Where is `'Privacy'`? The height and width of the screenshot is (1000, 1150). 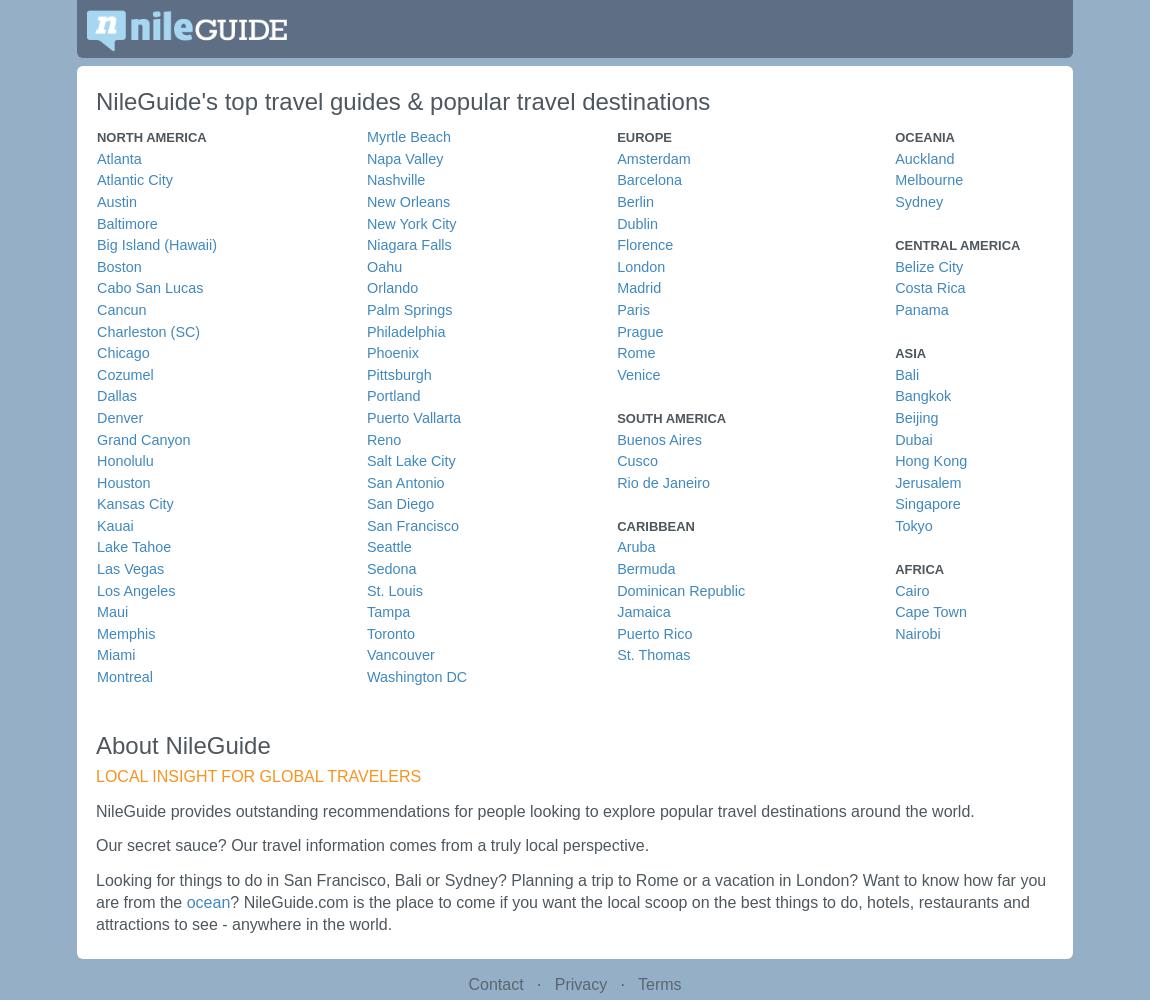
'Privacy' is located at coordinates (553, 982).